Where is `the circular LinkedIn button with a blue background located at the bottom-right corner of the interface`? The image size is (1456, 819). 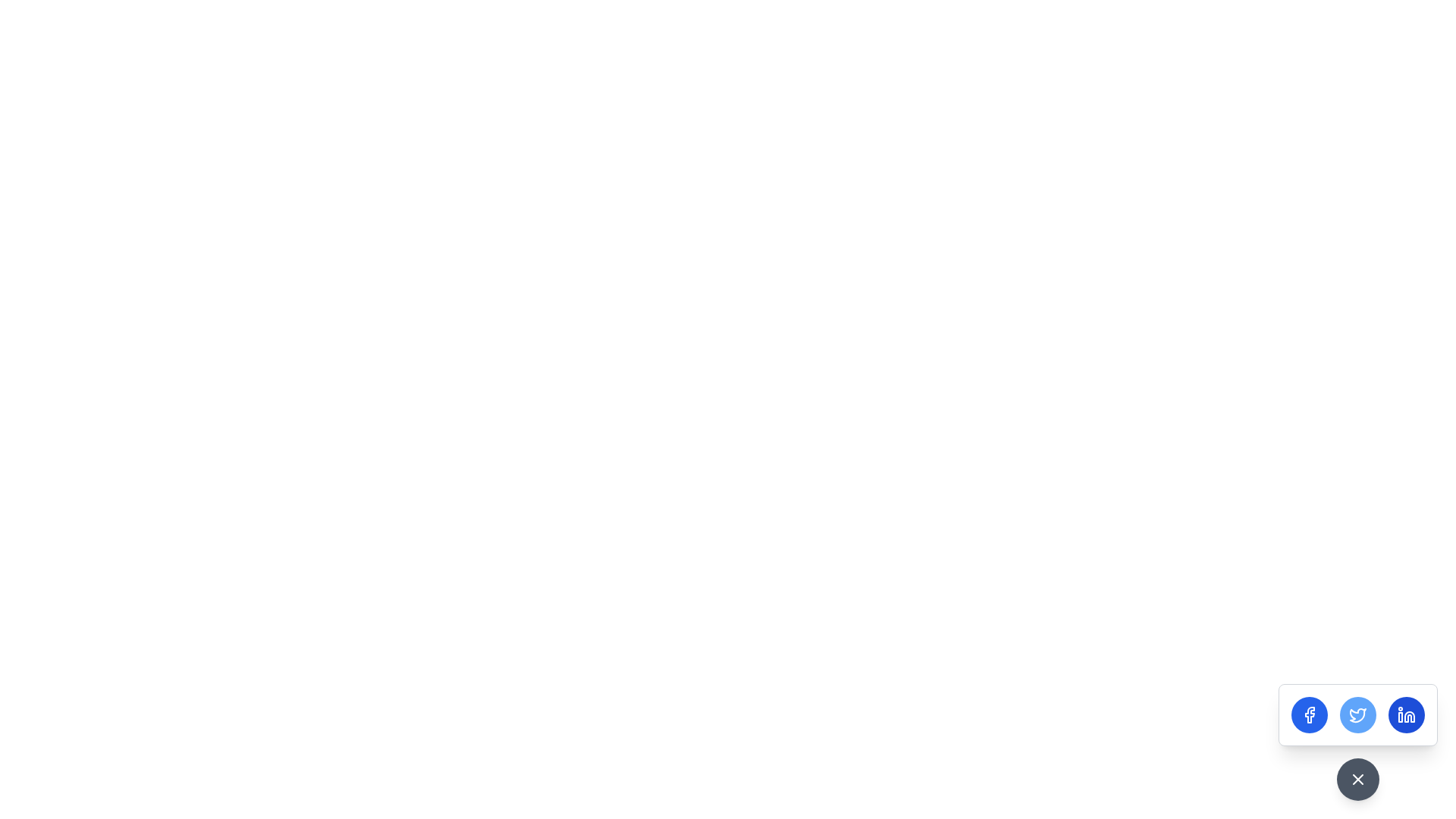
the circular LinkedIn button with a blue background located at the bottom-right corner of the interface is located at coordinates (1405, 714).